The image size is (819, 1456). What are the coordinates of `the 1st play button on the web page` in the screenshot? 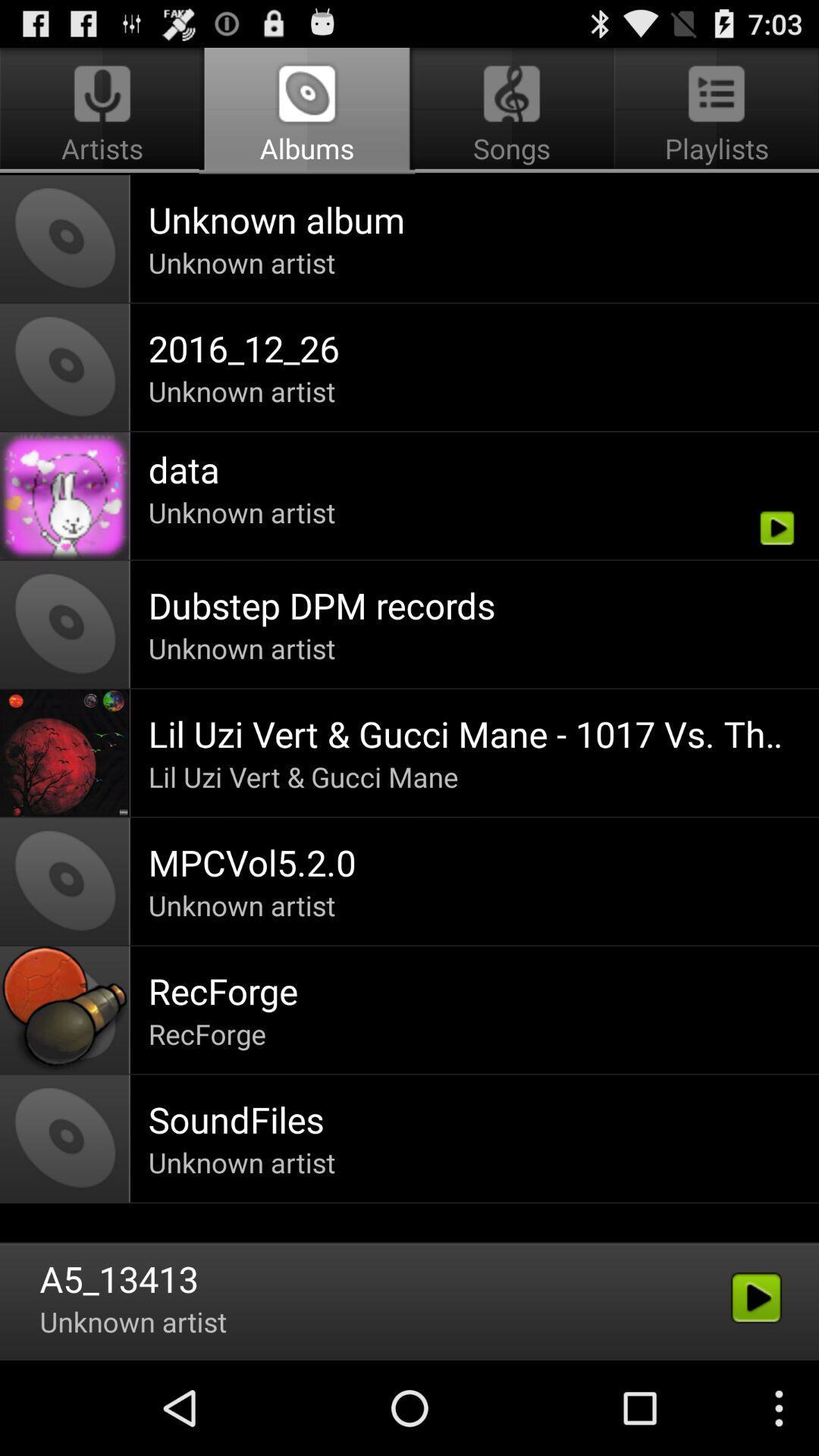 It's located at (777, 528).